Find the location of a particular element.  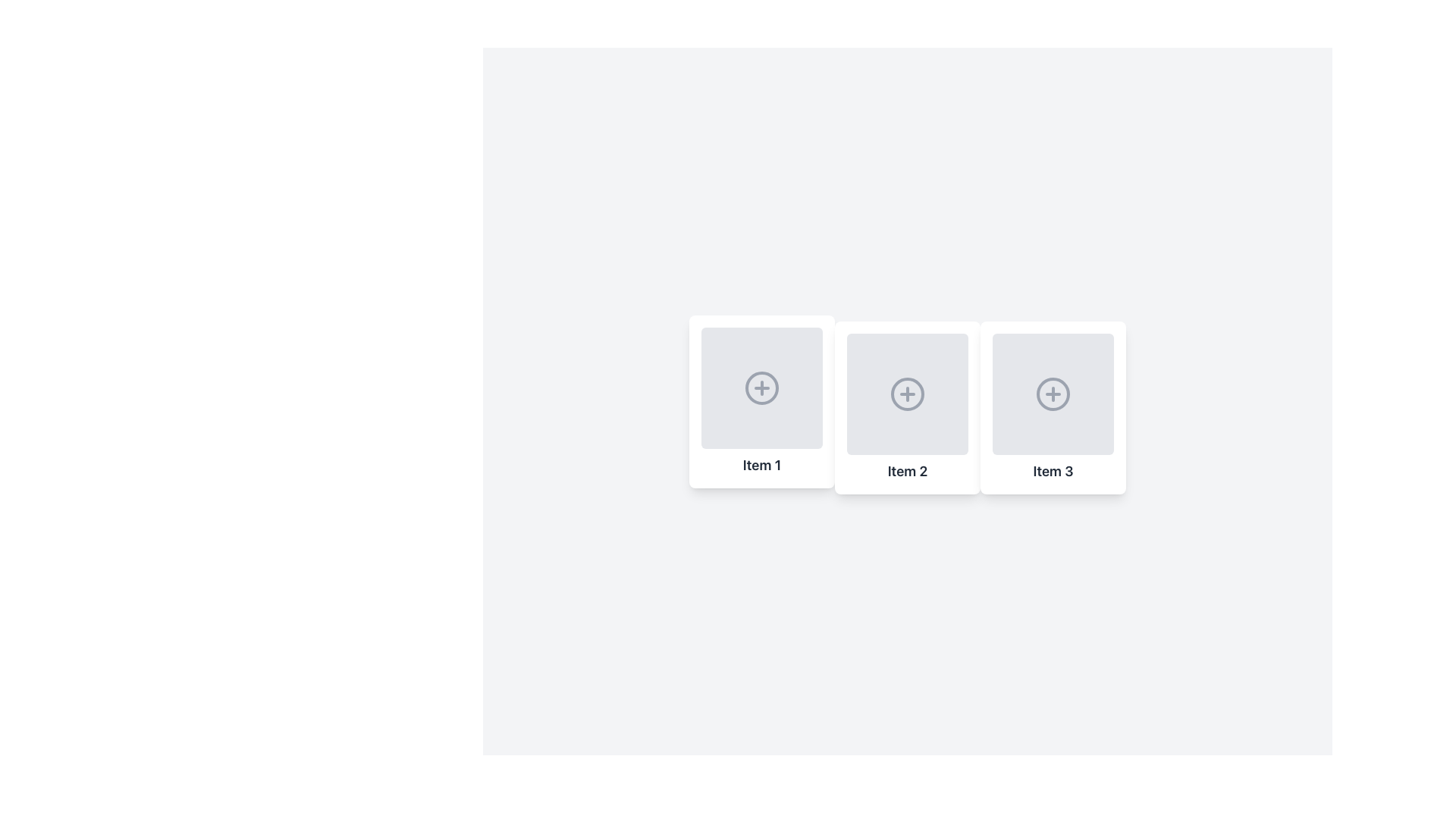

the static label displaying text information at the bottom of the first card in a horizontal array of components is located at coordinates (761, 464).